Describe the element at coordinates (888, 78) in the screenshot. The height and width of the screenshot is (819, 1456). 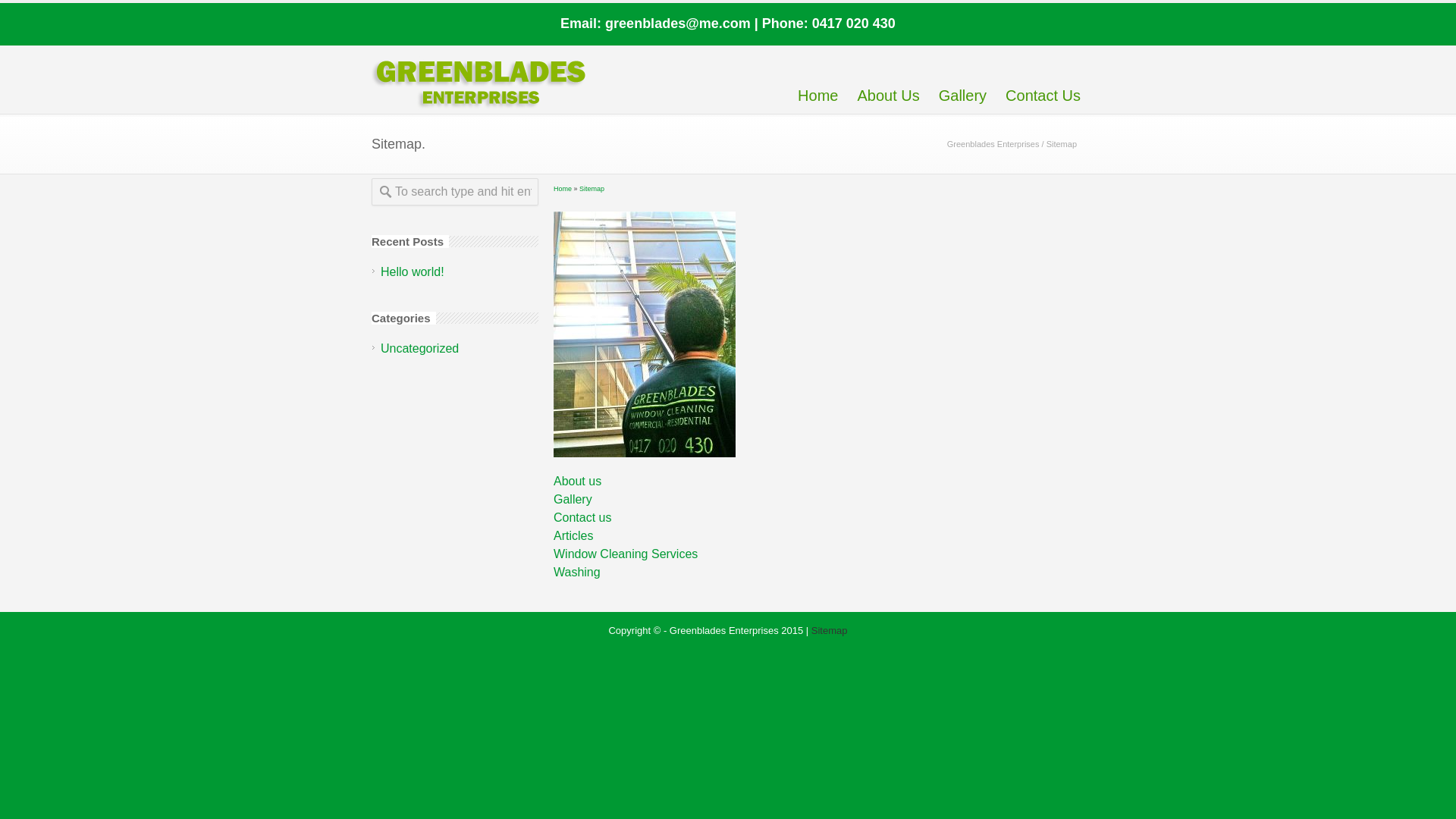
I see `'About Us'` at that location.